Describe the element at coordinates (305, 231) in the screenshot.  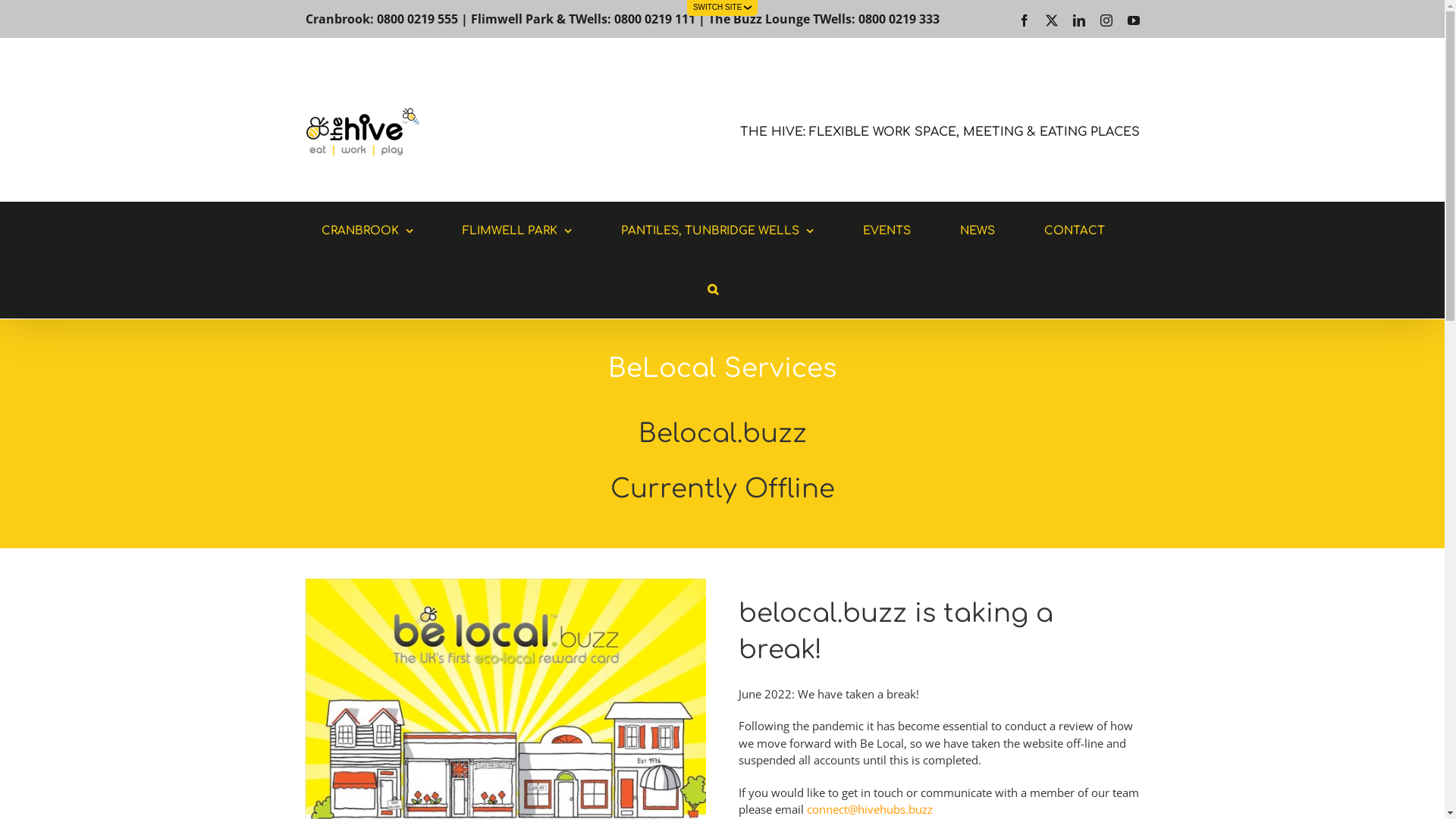
I see `'CRANBROOK'` at that location.